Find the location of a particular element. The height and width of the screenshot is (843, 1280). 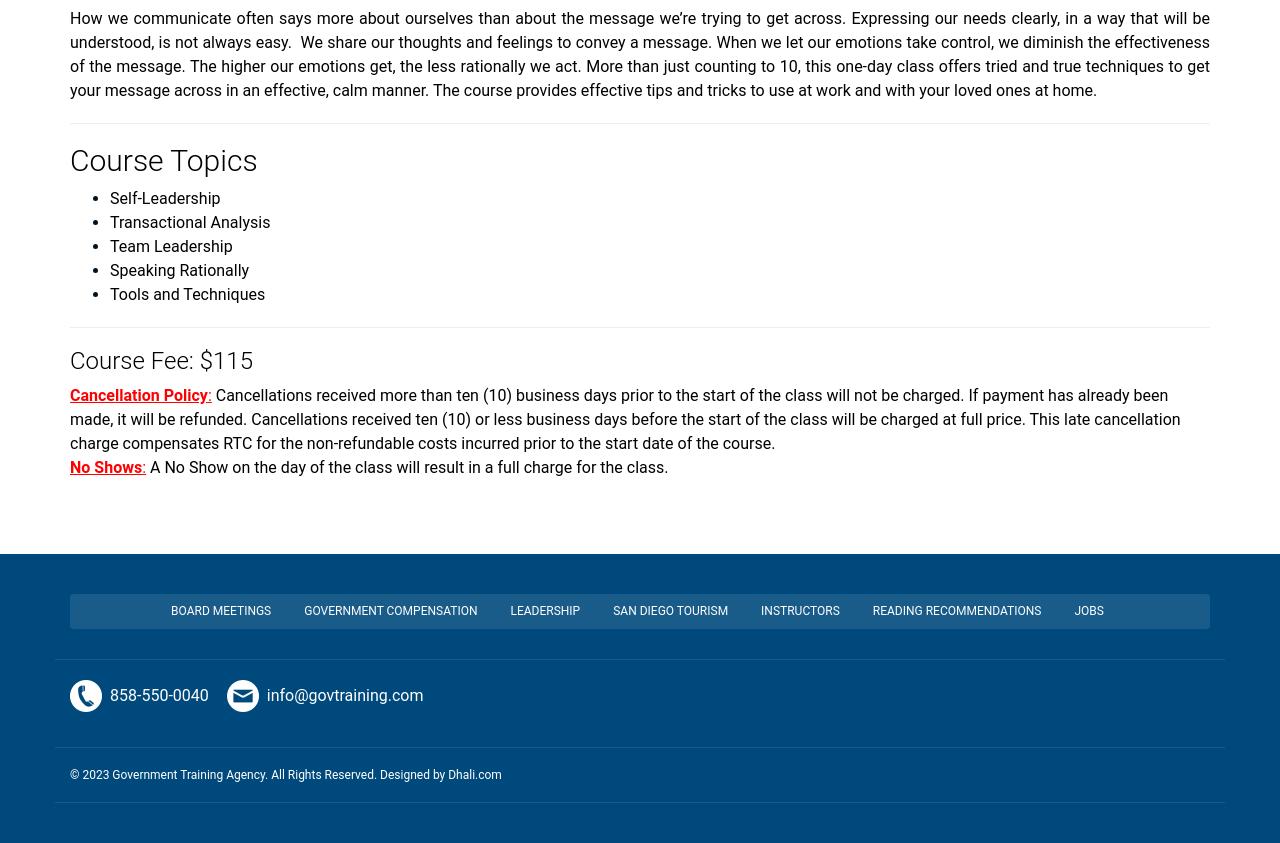

'858-550-0040' is located at coordinates (157, 693).